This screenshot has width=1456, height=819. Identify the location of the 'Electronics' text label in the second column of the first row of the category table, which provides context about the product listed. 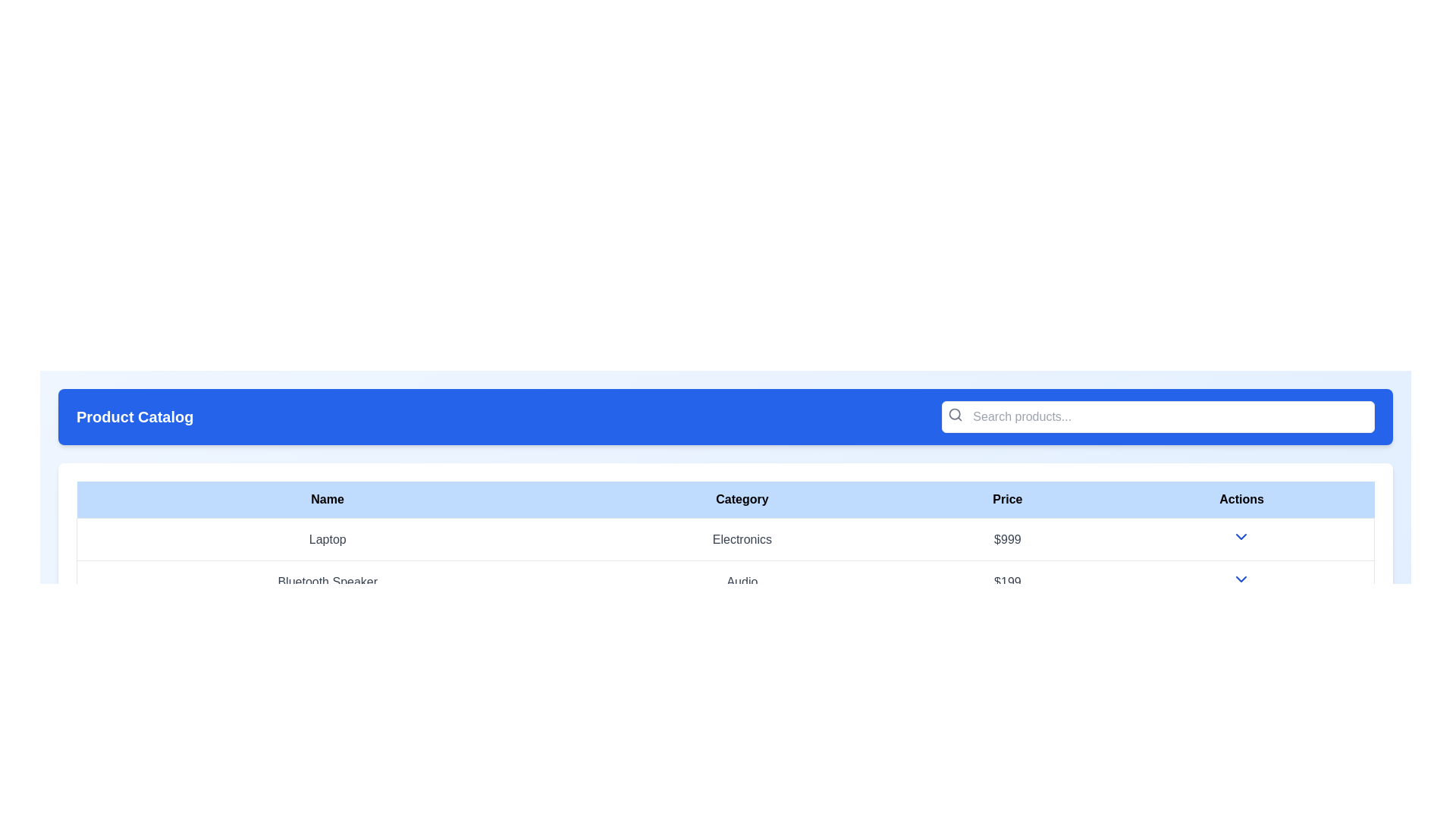
(724, 538).